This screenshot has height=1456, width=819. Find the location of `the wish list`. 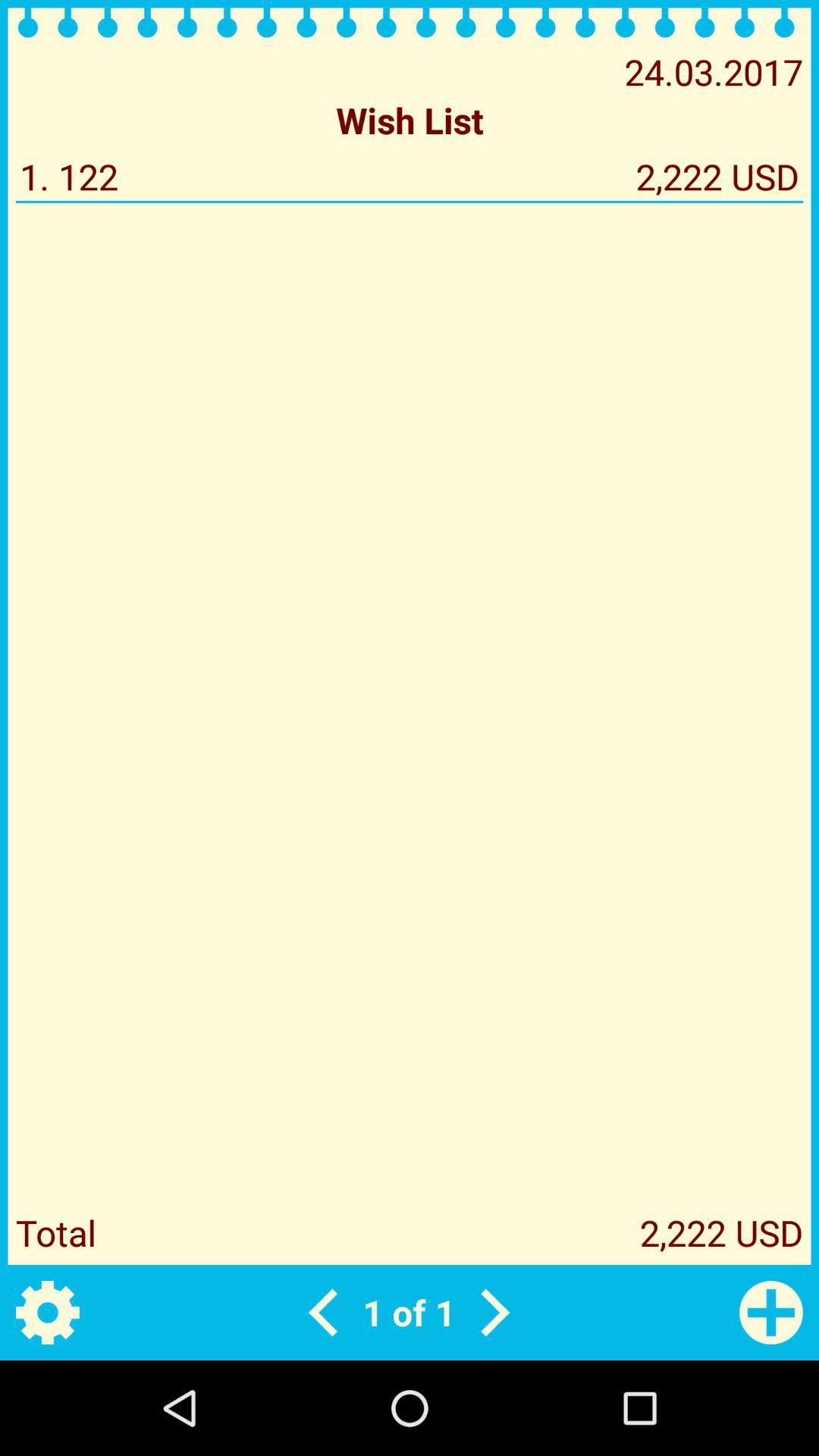

the wish list is located at coordinates (409, 119).